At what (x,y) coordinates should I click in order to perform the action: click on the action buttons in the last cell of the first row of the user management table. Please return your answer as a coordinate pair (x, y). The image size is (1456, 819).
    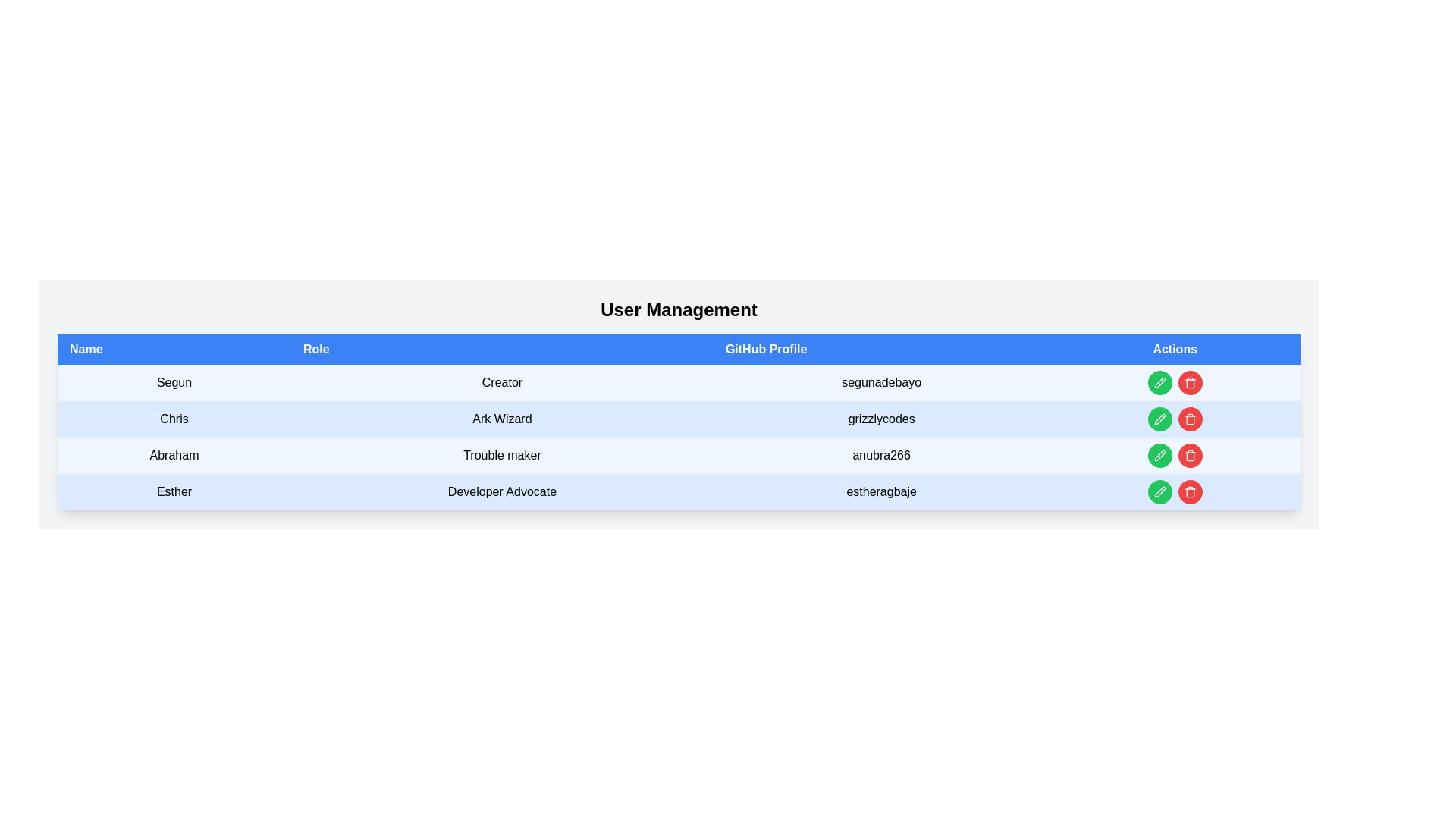
    Looking at the image, I should click on (1174, 382).